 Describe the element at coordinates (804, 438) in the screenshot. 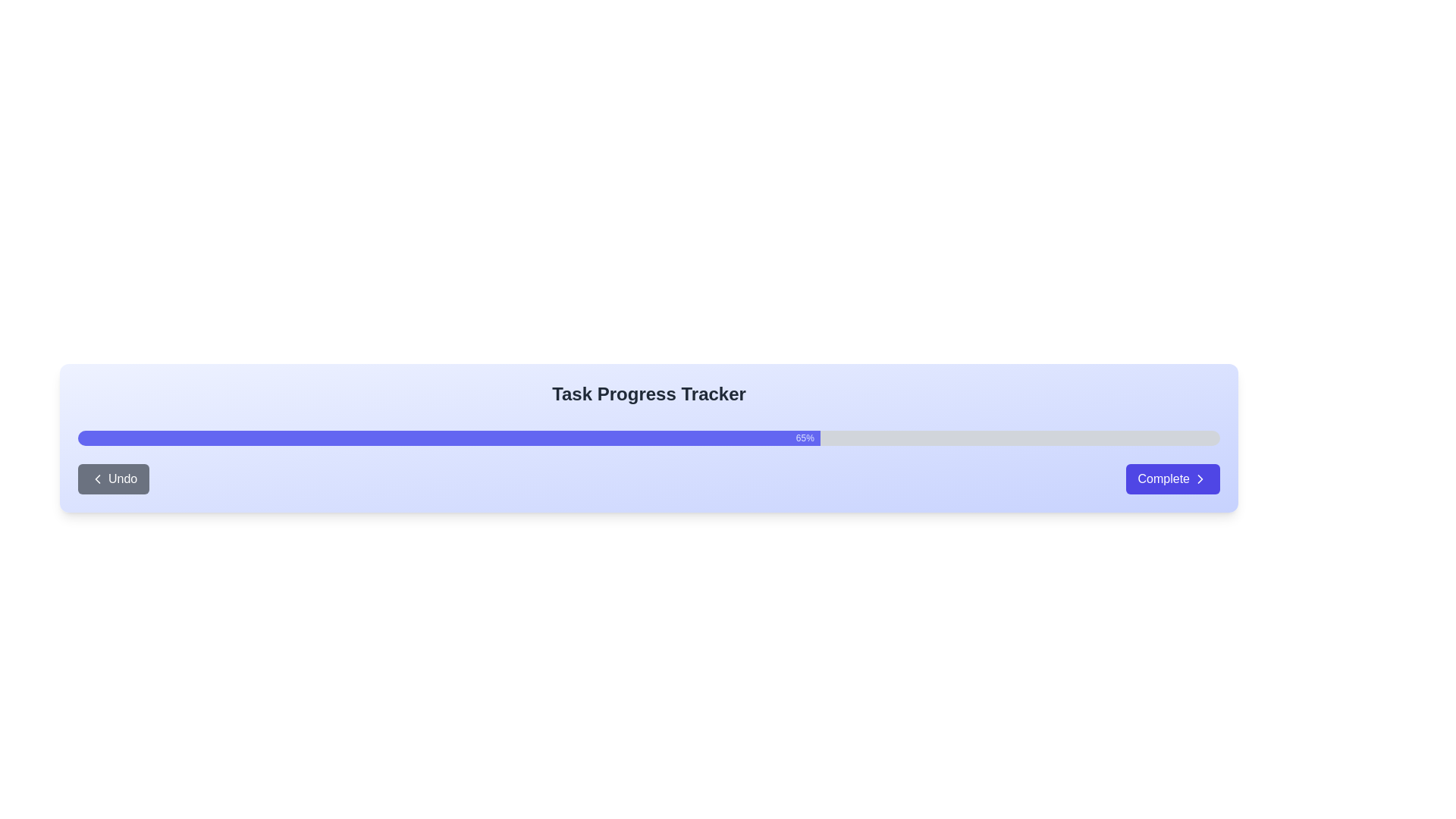

I see `progress percentage value from the Text Label located on the right edge of the progress bar, which visually indicates the current completion percentage` at that location.